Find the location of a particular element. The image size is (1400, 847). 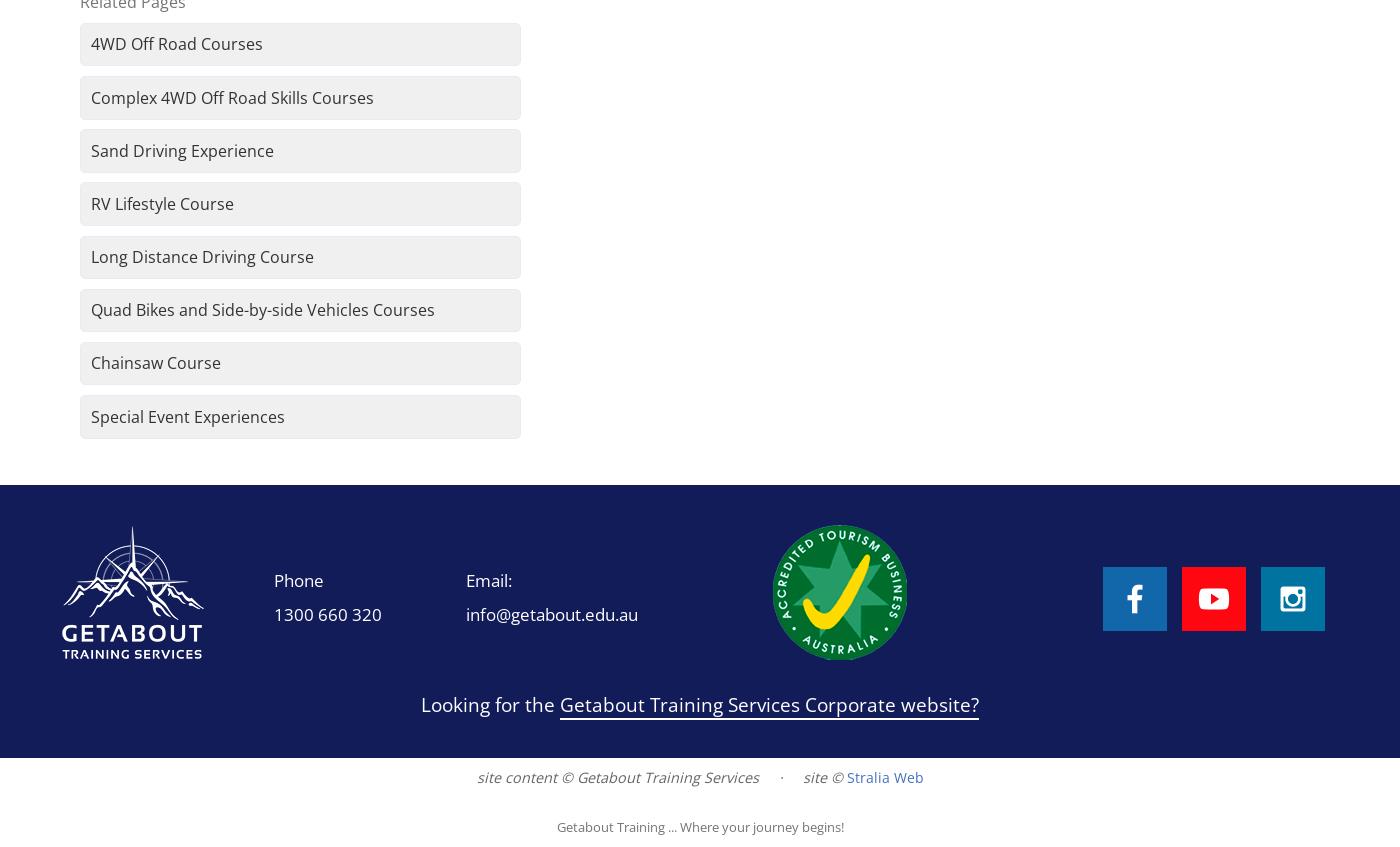

'Phone' is located at coordinates (298, 579).